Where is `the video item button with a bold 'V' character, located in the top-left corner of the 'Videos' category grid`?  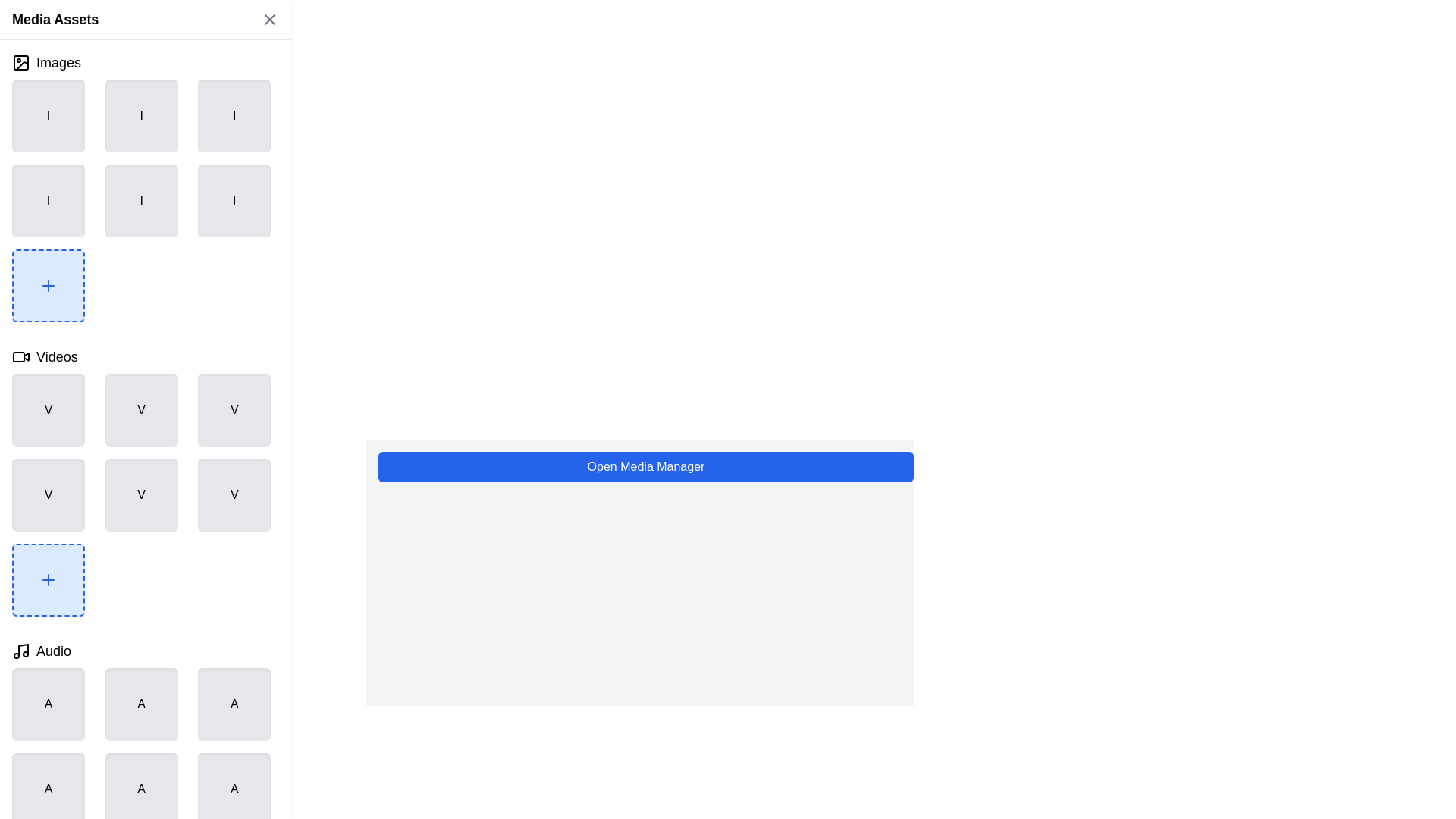
the video item button with a bold 'V' character, located in the top-left corner of the 'Videos' category grid is located at coordinates (48, 409).